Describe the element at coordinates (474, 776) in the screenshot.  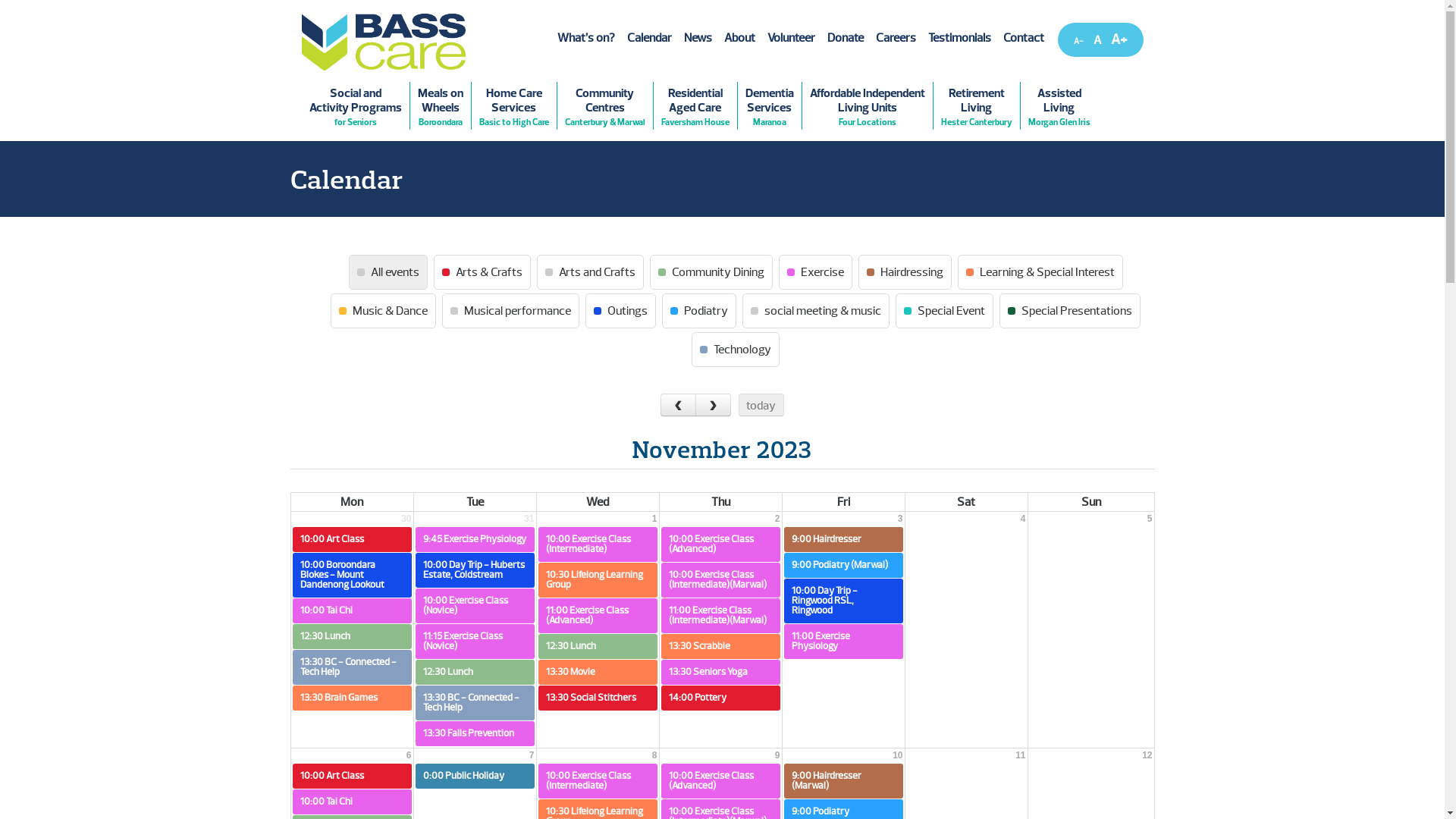
I see `'0:00 Public Holiday` at that location.